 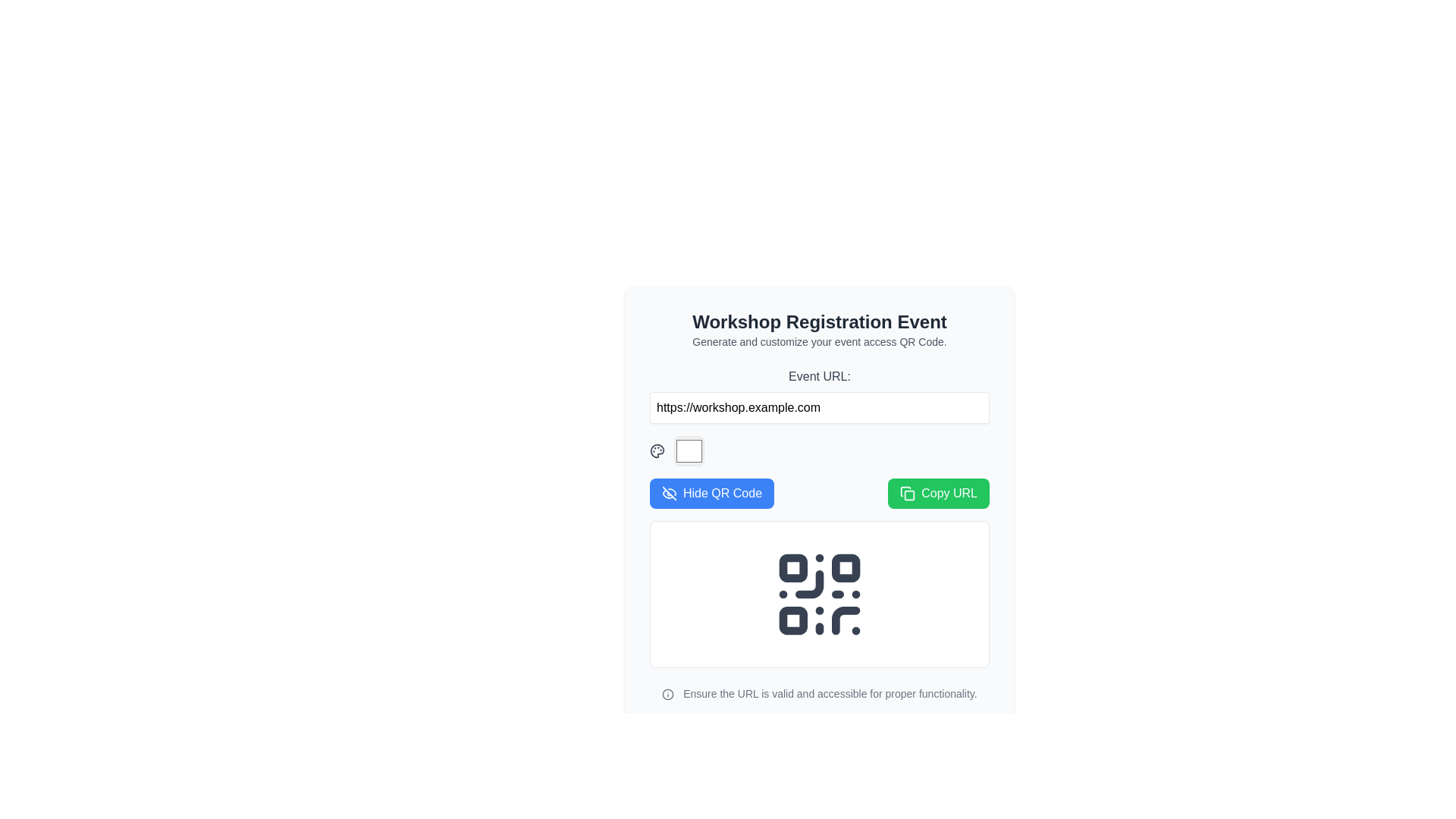 What do you see at coordinates (845, 568) in the screenshot?
I see `the square decorative component located in the top-right corner of the QR code graphic beneath the 'Hide QR Code' and 'Copy URL' buttons` at bounding box center [845, 568].